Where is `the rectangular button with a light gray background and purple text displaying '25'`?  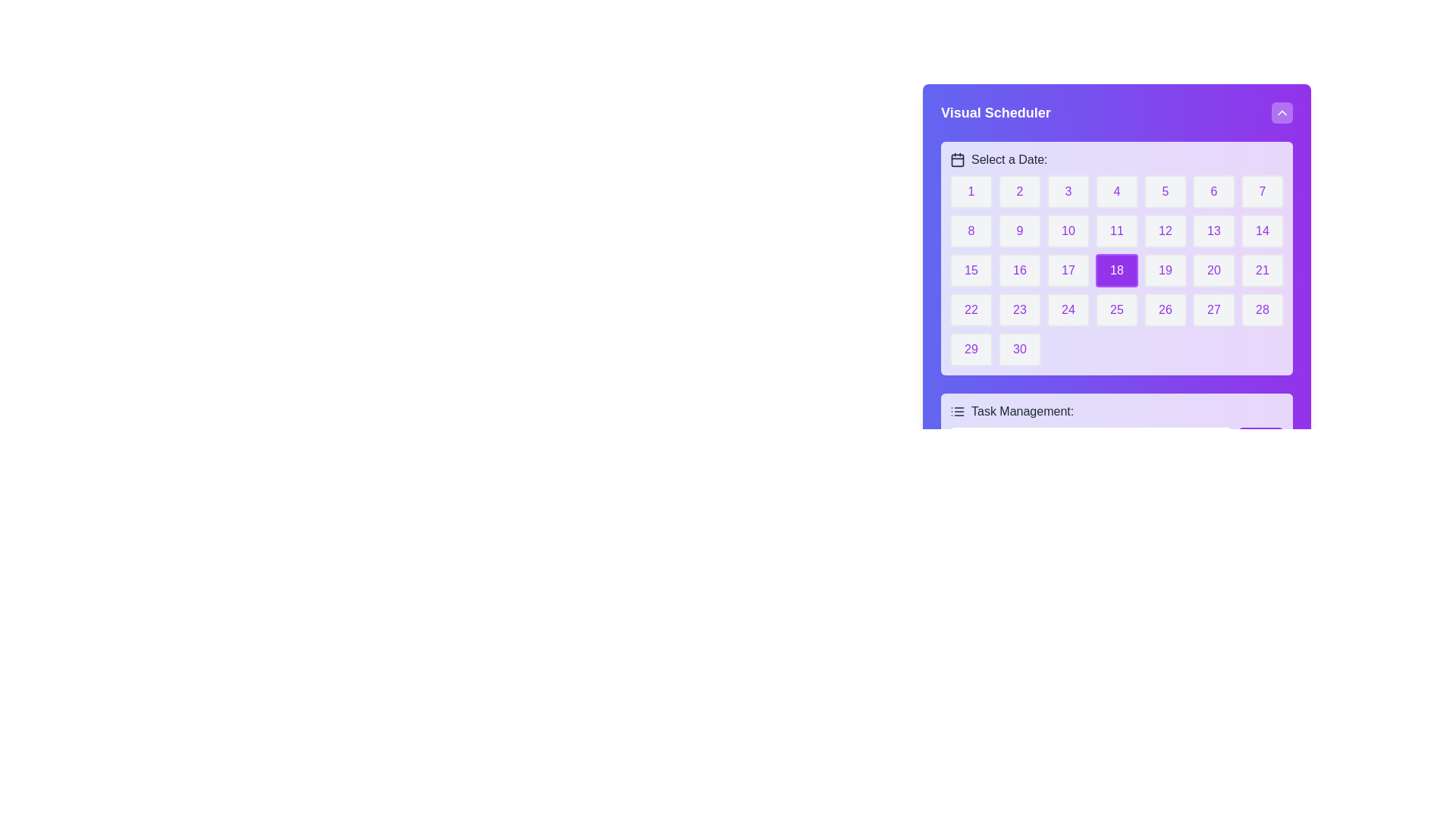
the rectangular button with a light gray background and purple text displaying '25' is located at coordinates (1117, 309).